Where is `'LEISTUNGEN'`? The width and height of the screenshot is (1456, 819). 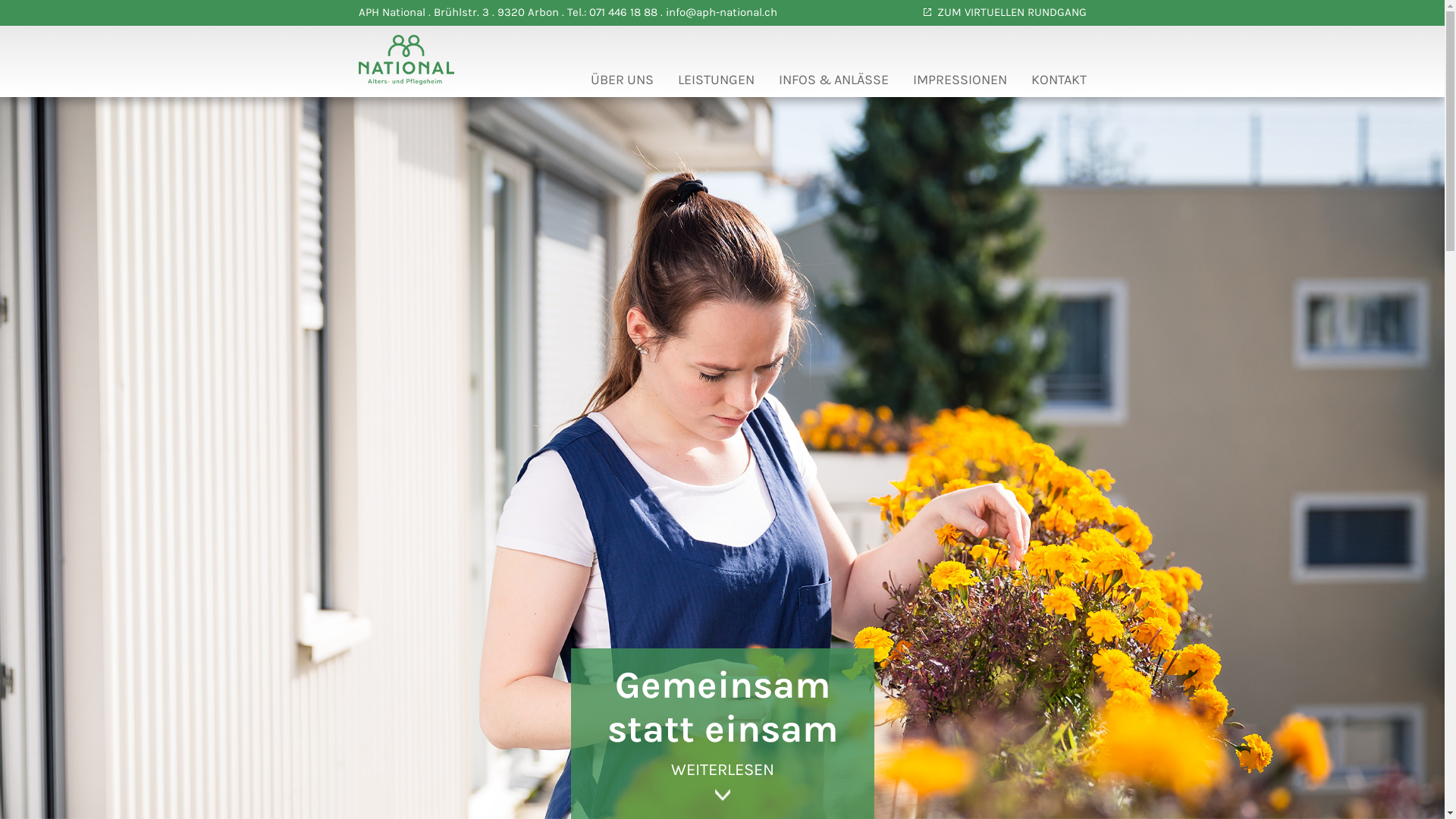 'LEISTUNGEN' is located at coordinates (715, 83).